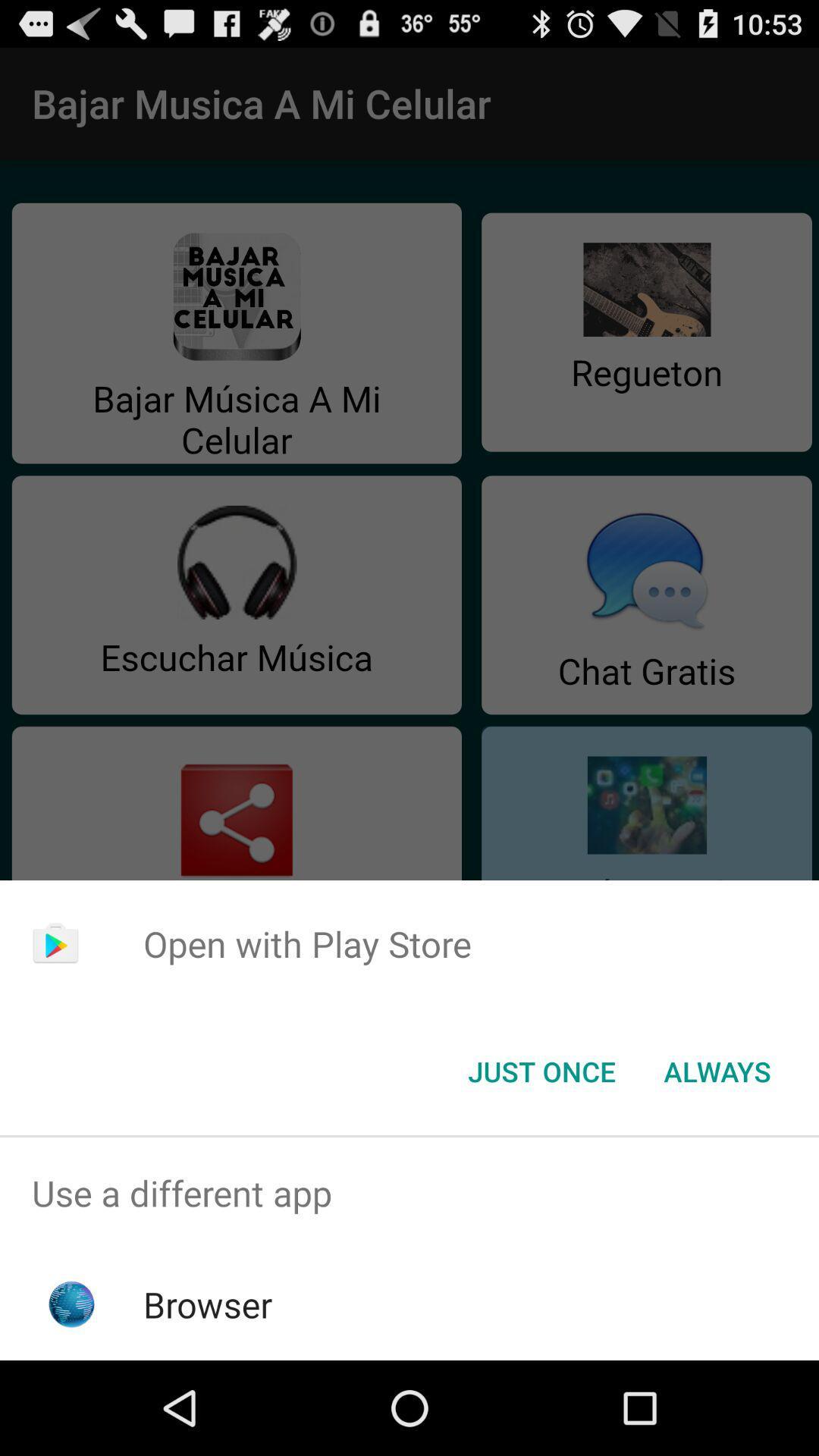 Image resolution: width=819 pixels, height=1456 pixels. What do you see at coordinates (717, 1070) in the screenshot?
I see `button to the right of the just once button` at bounding box center [717, 1070].